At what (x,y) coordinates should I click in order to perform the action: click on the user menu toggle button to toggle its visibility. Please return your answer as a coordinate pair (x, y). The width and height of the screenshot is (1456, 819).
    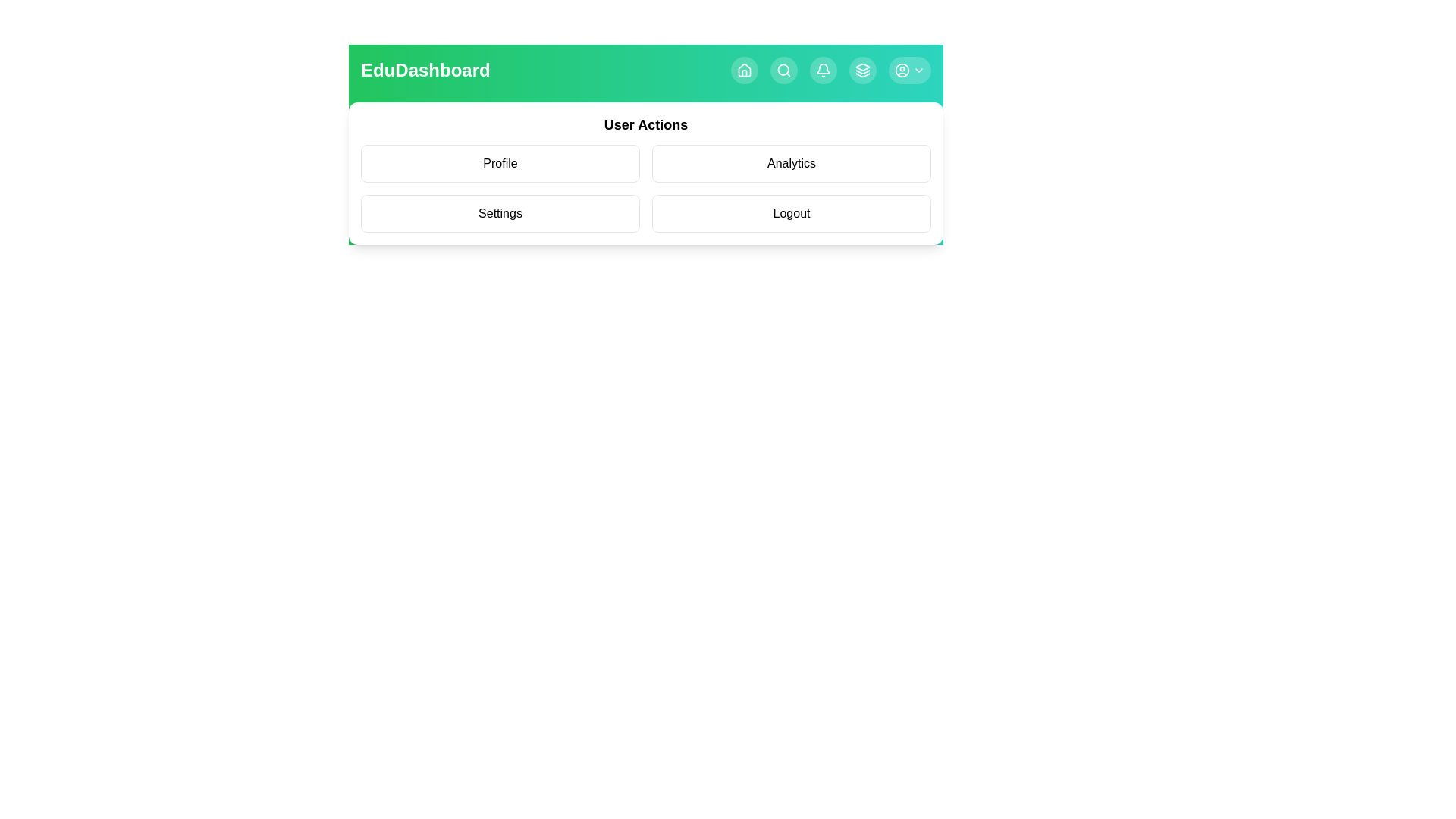
    Looking at the image, I should click on (910, 70).